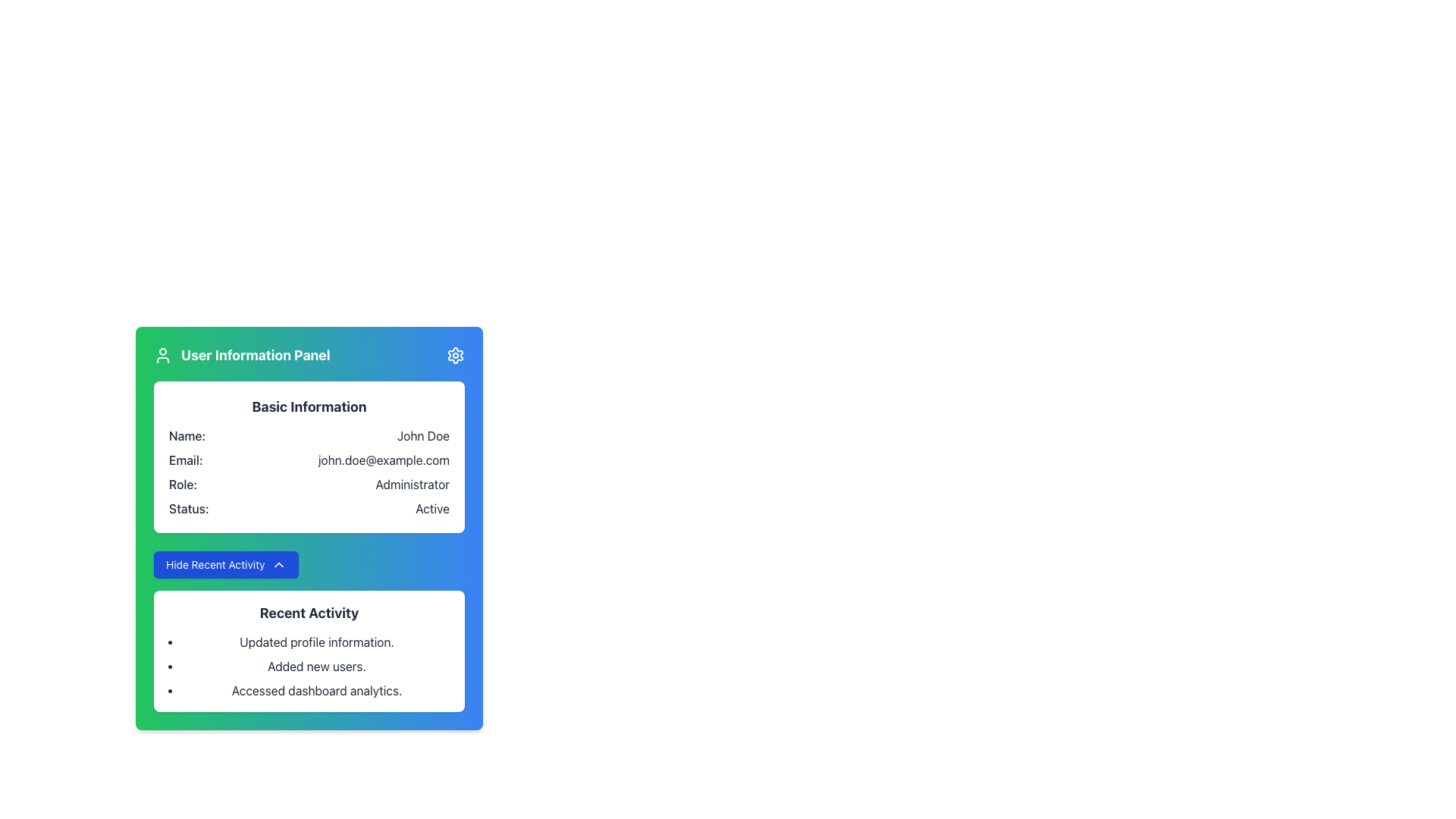  What do you see at coordinates (315, 666) in the screenshot?
I see `the text label that reads 'Added new users.' which is the second item in the bullet-point list under 'Recent Activity.'` at bounding box center [315, 666].